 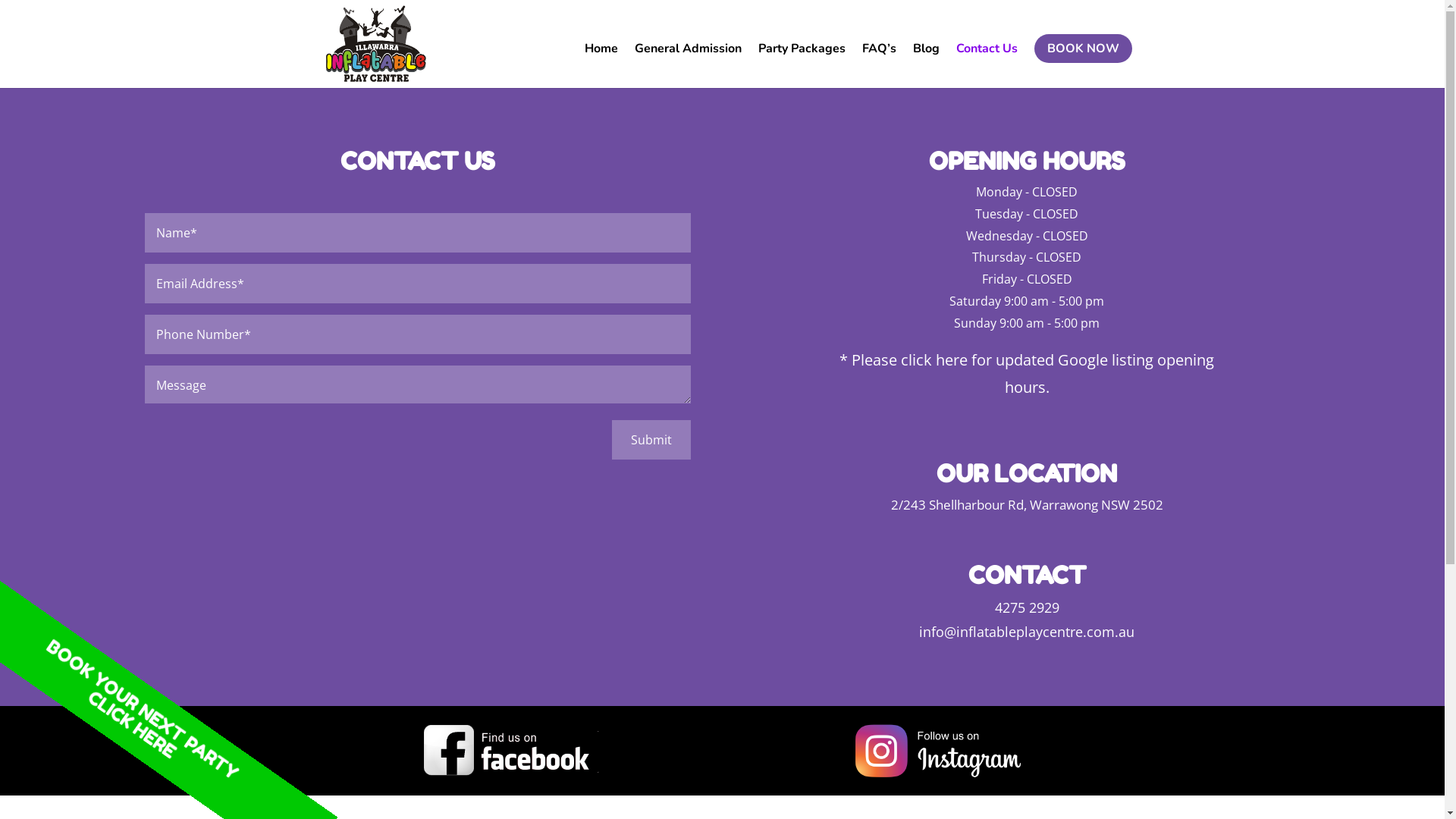 What do you see at coordinates (1027, 607) in the screenshot?
I see `'4275 2929'` at bounding box center [1027, 607].